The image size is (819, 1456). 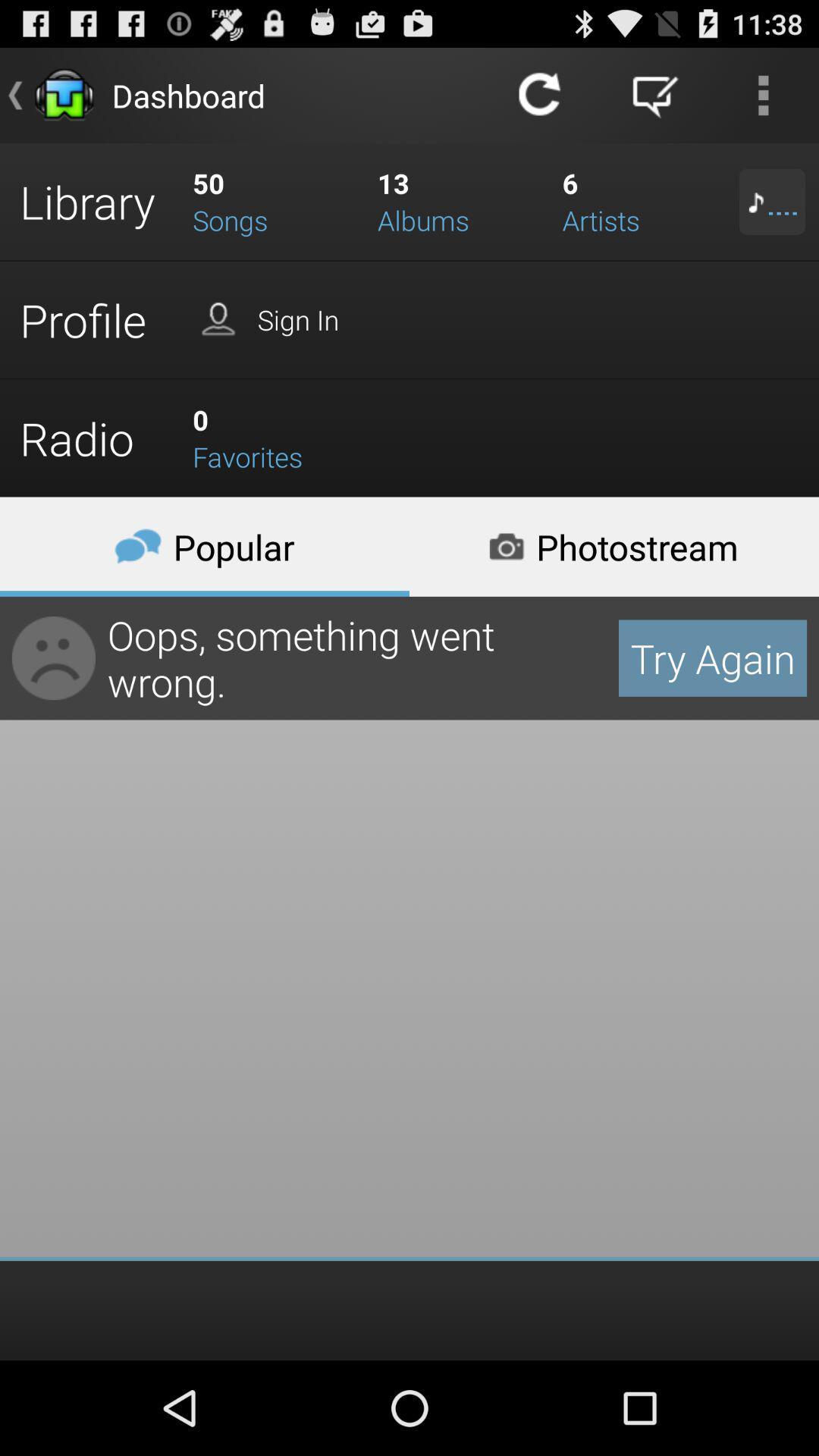 What do you see at coordinates (63, 94) in the screenshot?
I see `left of dashboard` at bounding box center [63, 94].